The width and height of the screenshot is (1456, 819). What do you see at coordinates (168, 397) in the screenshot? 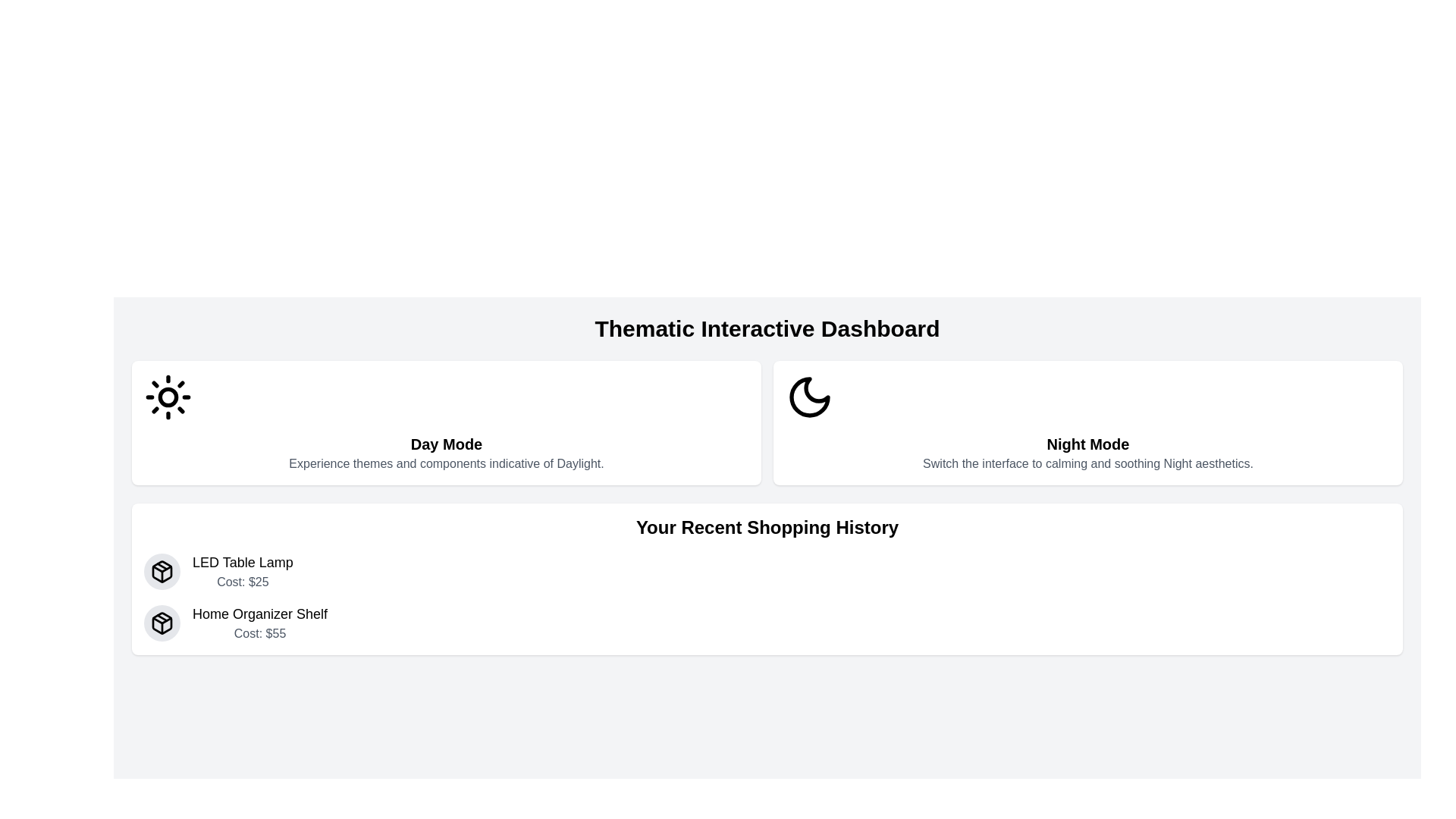
I see `the Decorative Icon Element located in the left panel of the top section titled 'Day Mode', which visually represents daylight themes` at bounding box center [168, 397].